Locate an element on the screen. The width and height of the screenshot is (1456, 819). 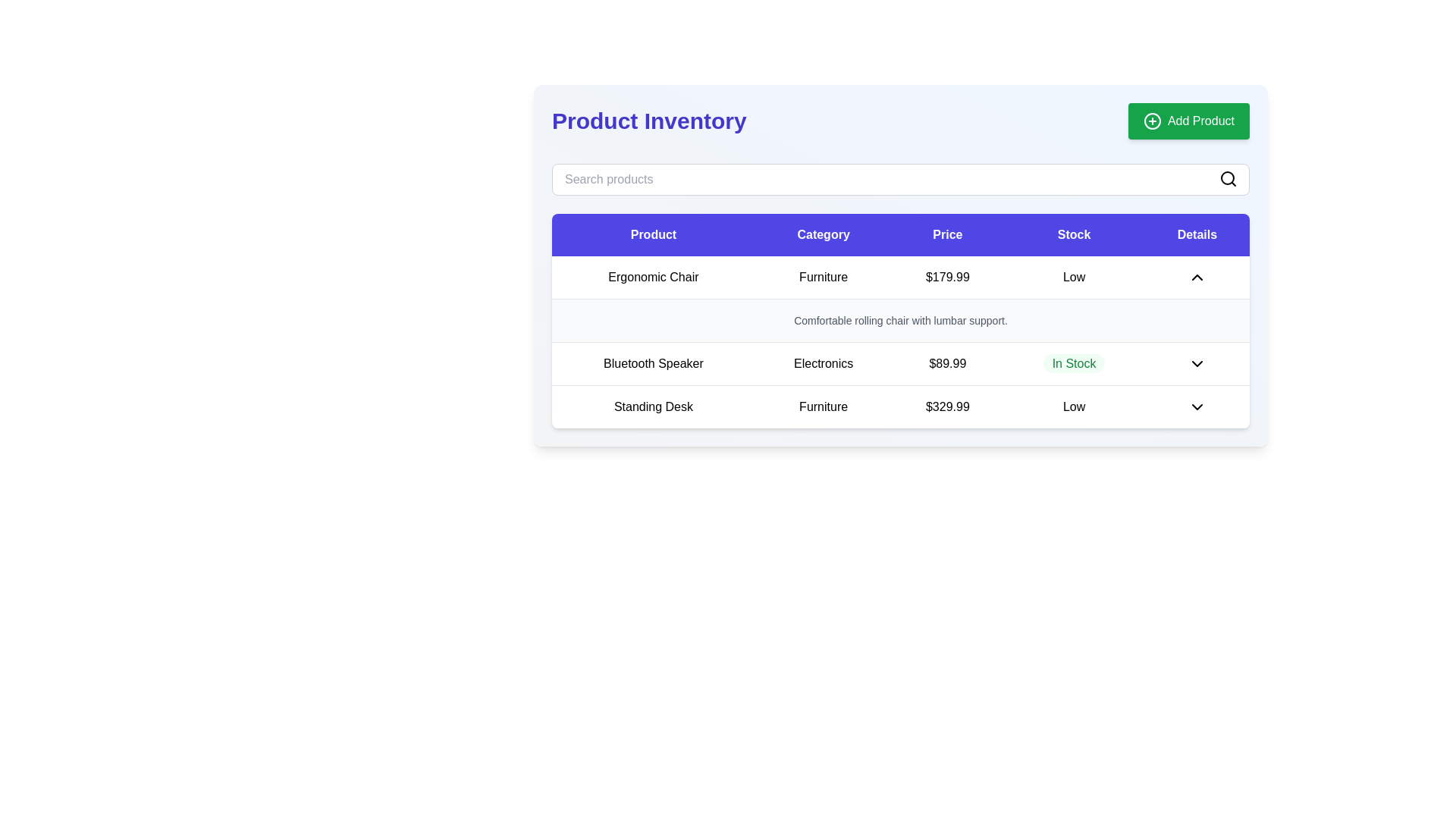
the Text Label displaying the price '$89.99' for the product 'Bluetooth Speaker' in the price column of the table is located at coordinates (946, 363).